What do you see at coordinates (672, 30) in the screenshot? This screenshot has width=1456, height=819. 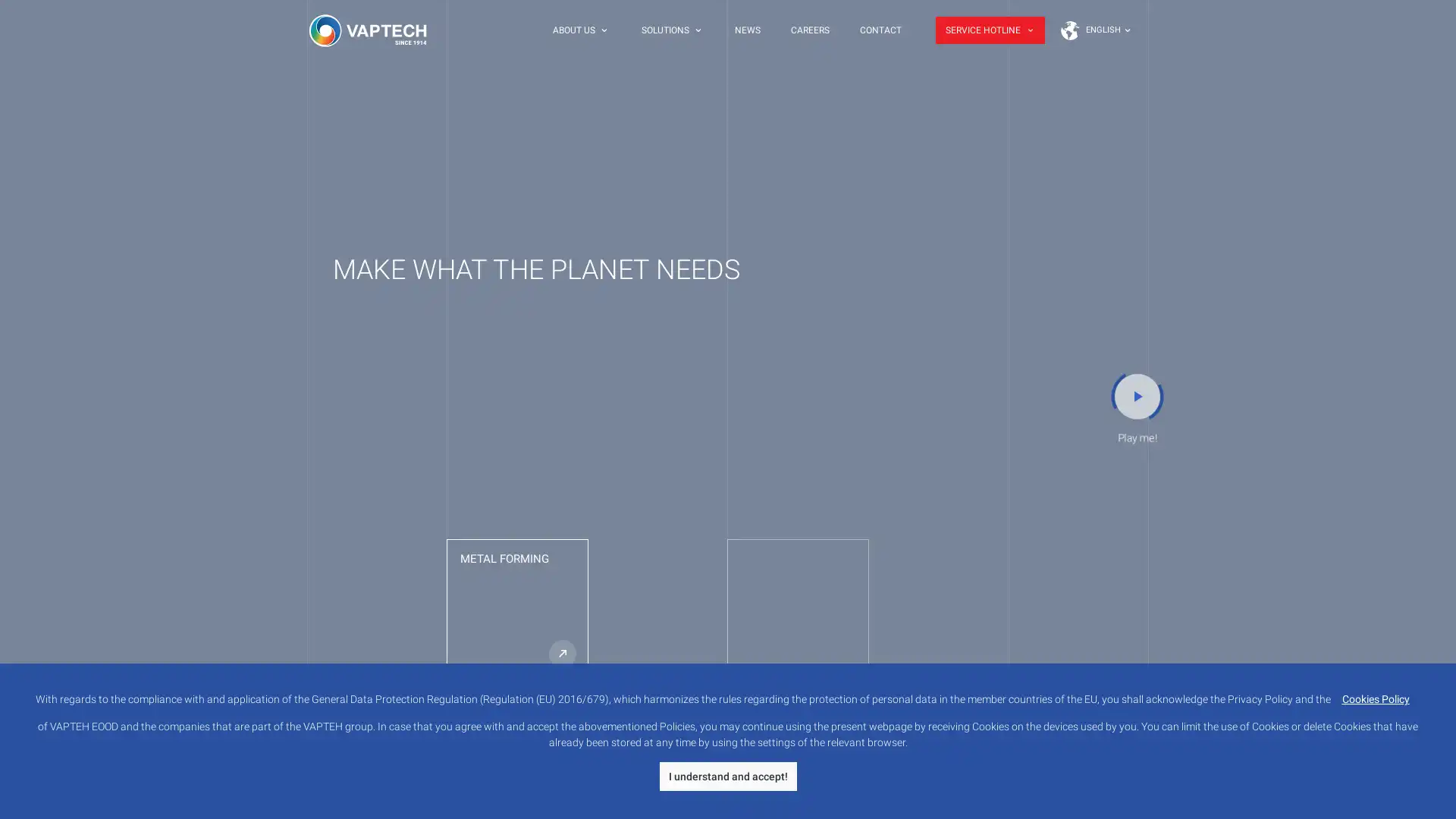 I see `SOLUTIONS keyboard_arrow_down` at bounding box center [672, 30].